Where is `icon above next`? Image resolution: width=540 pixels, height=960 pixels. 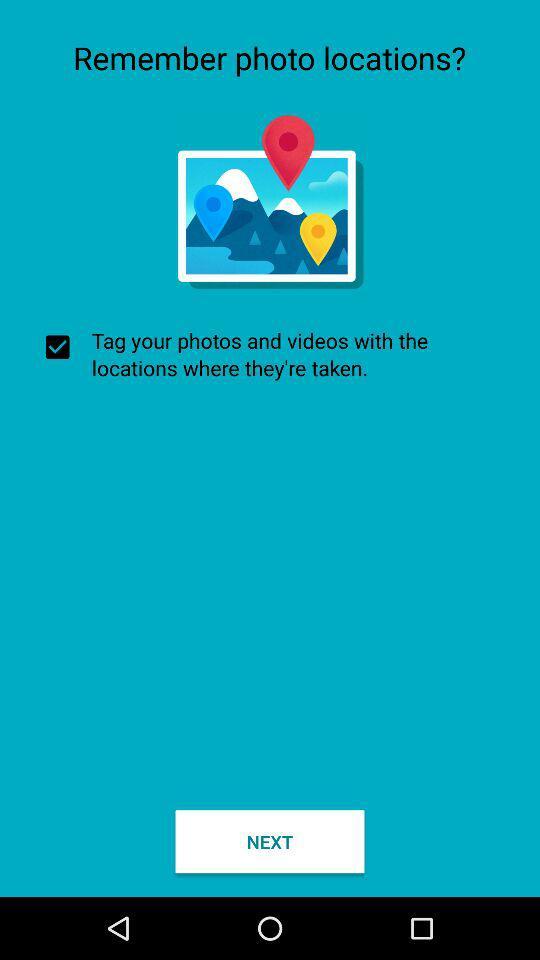
icon above next is located at coordinates (270, 354).